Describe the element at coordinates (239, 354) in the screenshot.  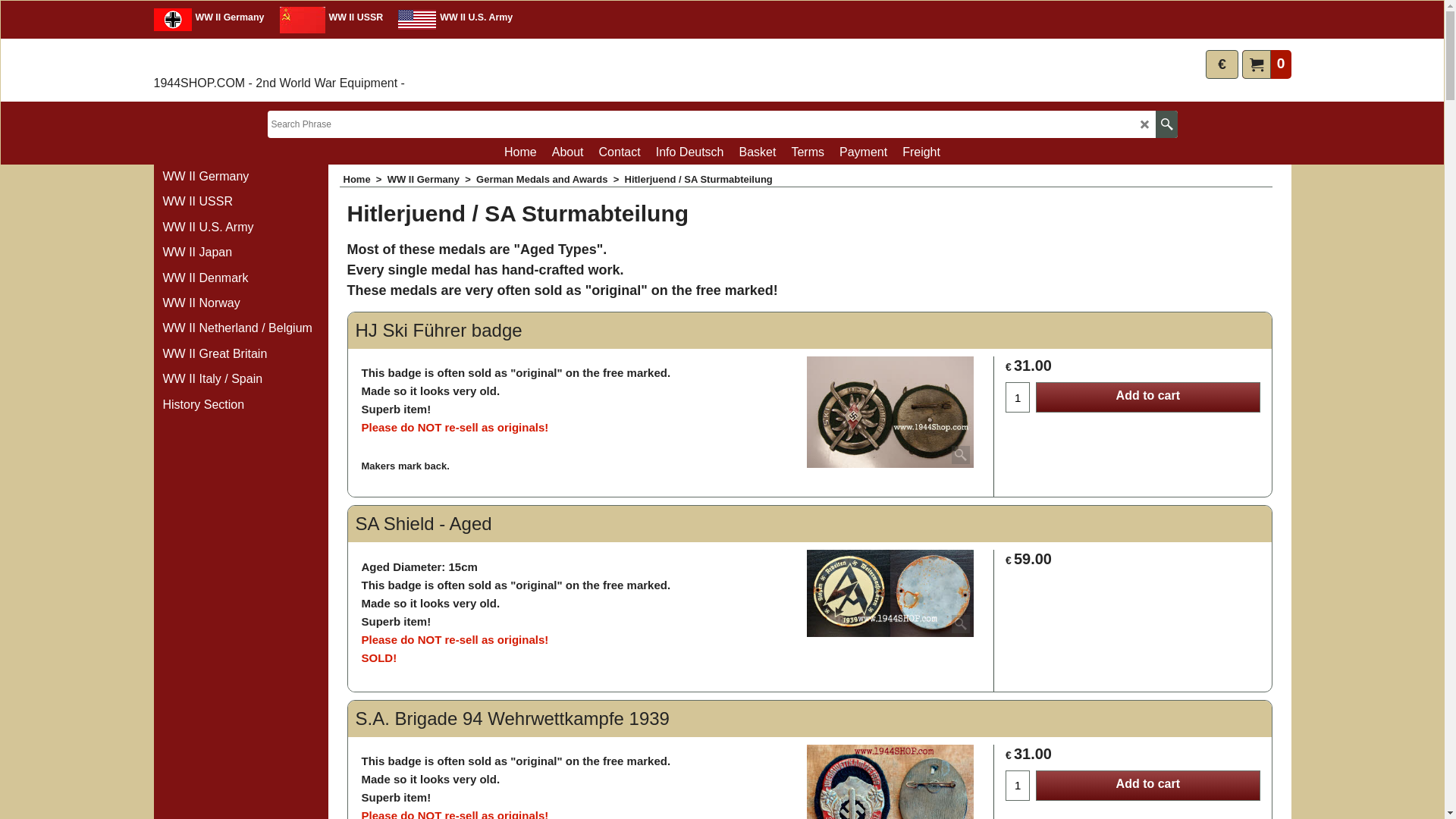
I see `'WW II Great Britain'` at that location.